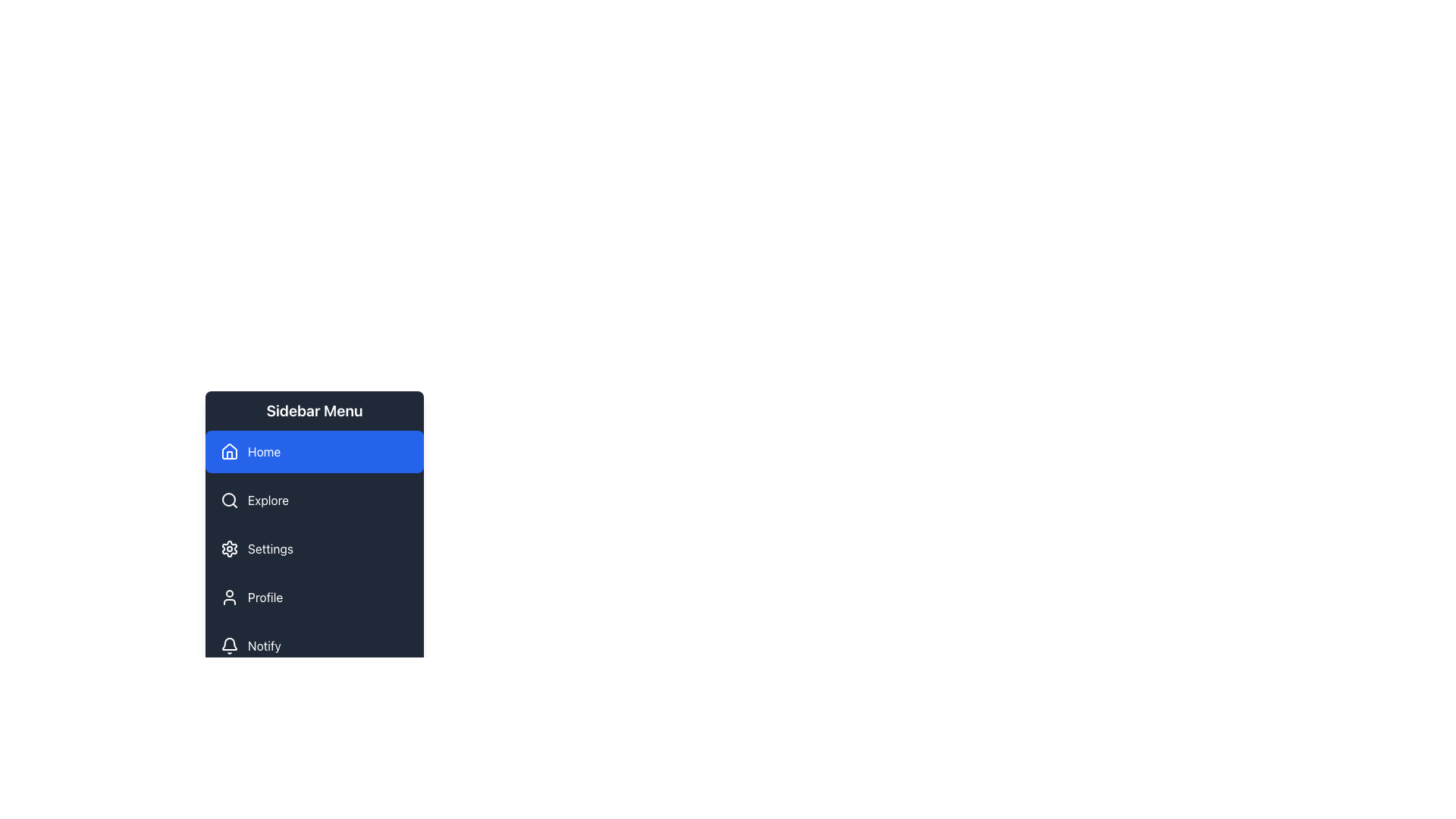 Image resolution: width=1456 pixels, height=819 pixels. Describe the element at coordinates (228, 646) in the screenshot. I see `the bell-shaped notification icon outlined in white on a dark blue background, located at the far left end of the 'Notify' option in the sidebar menu` at that location.